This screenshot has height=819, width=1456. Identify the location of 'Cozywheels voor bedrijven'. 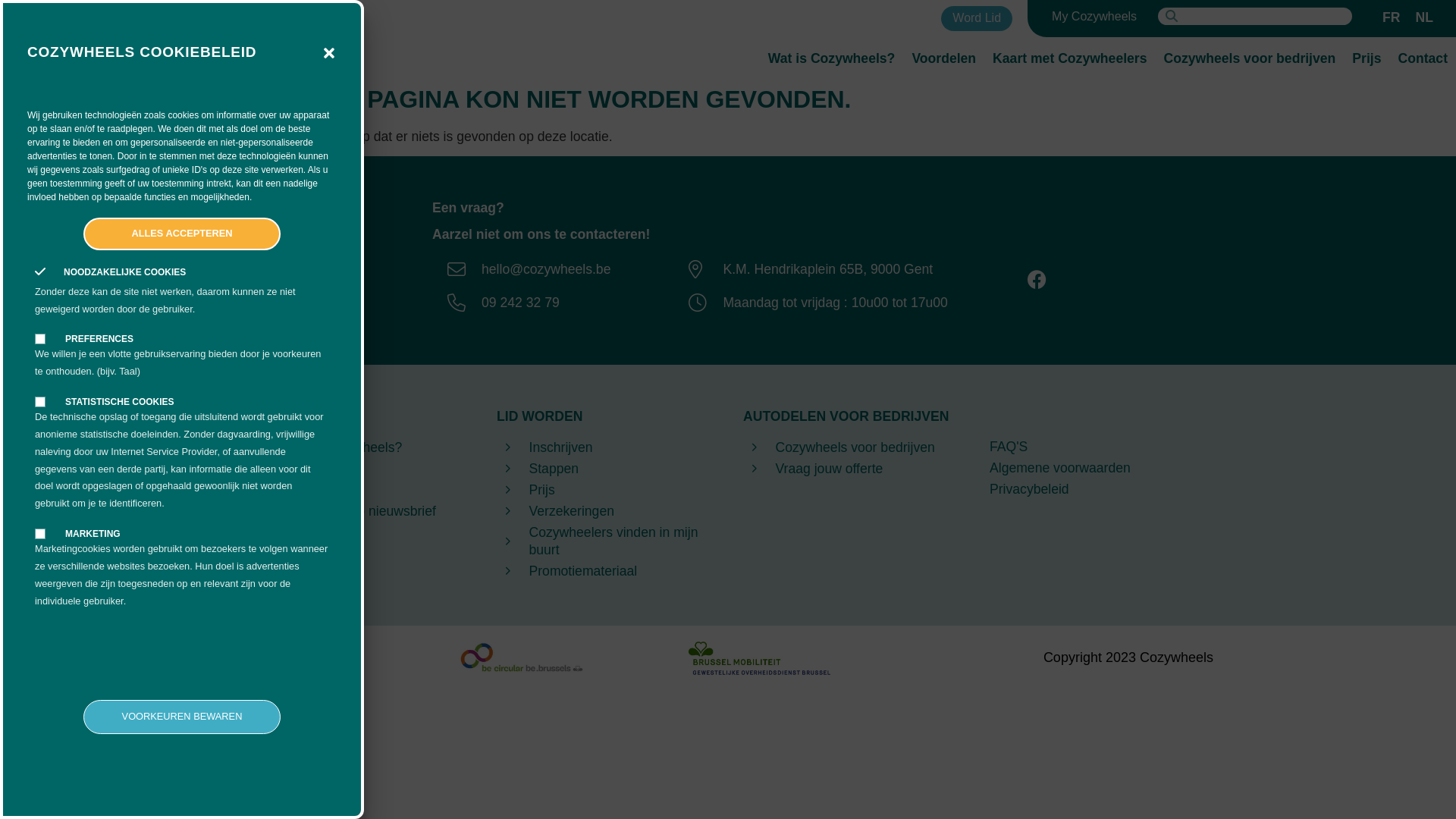
(1250, 58).